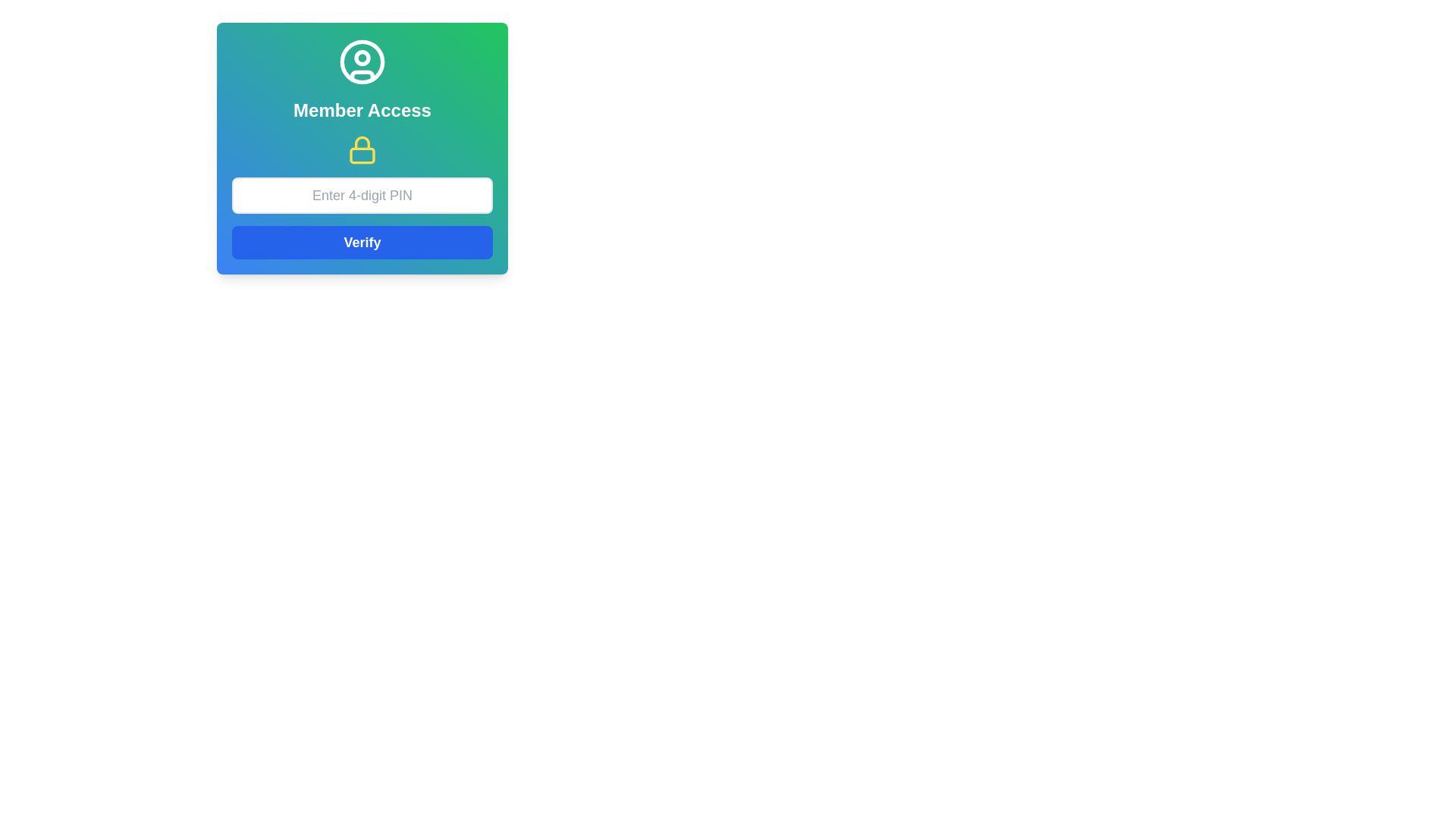 This screenshot has height=819, width=1456. I want to click on the small circle representing the user profile icon, which is centered within the larger circular frame at the top center of the member access panel, so click(362, 57).